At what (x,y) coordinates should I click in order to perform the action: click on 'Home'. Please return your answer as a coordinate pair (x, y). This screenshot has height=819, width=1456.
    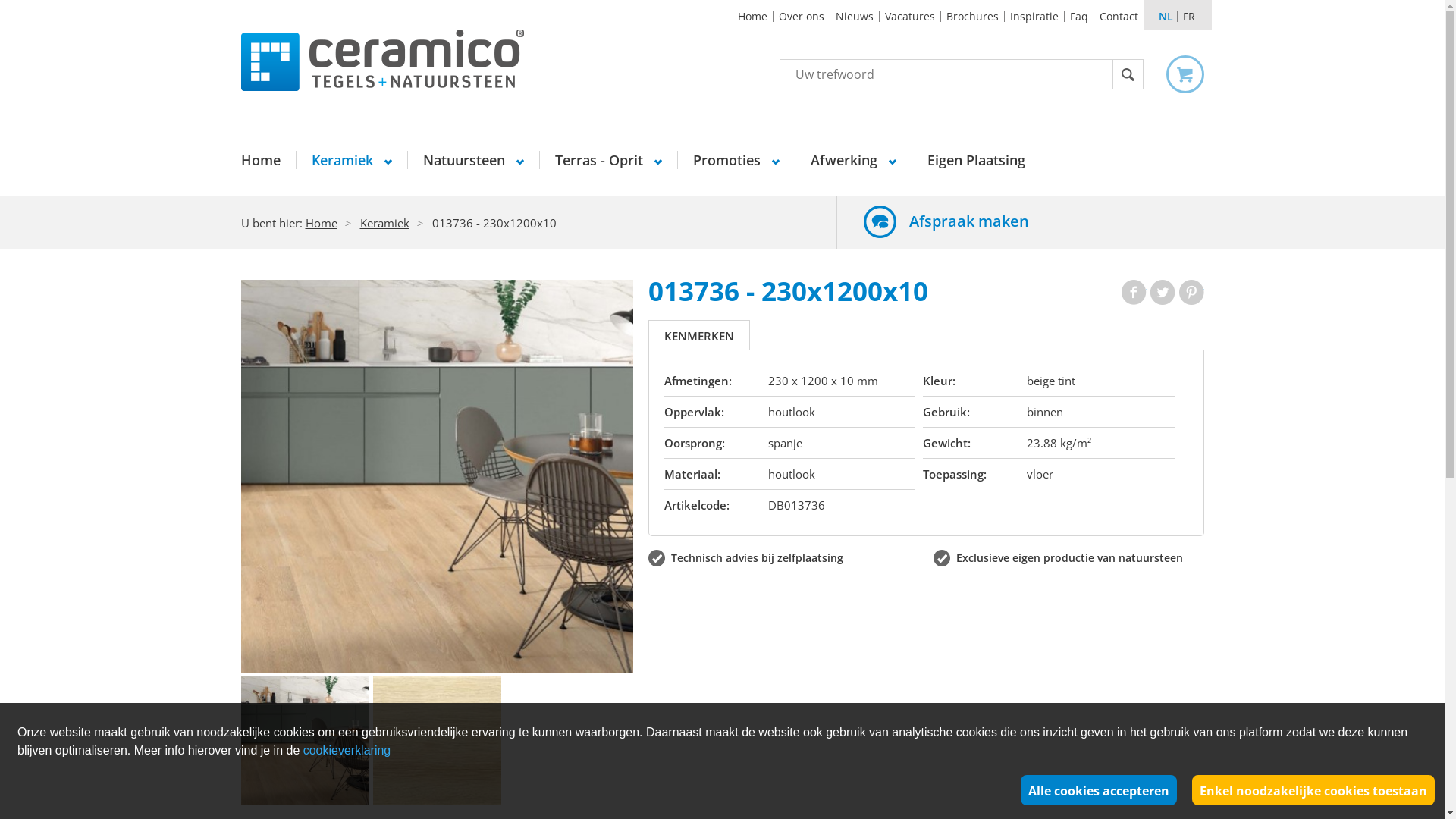
    Looking at the image, I should click on (240, 160).